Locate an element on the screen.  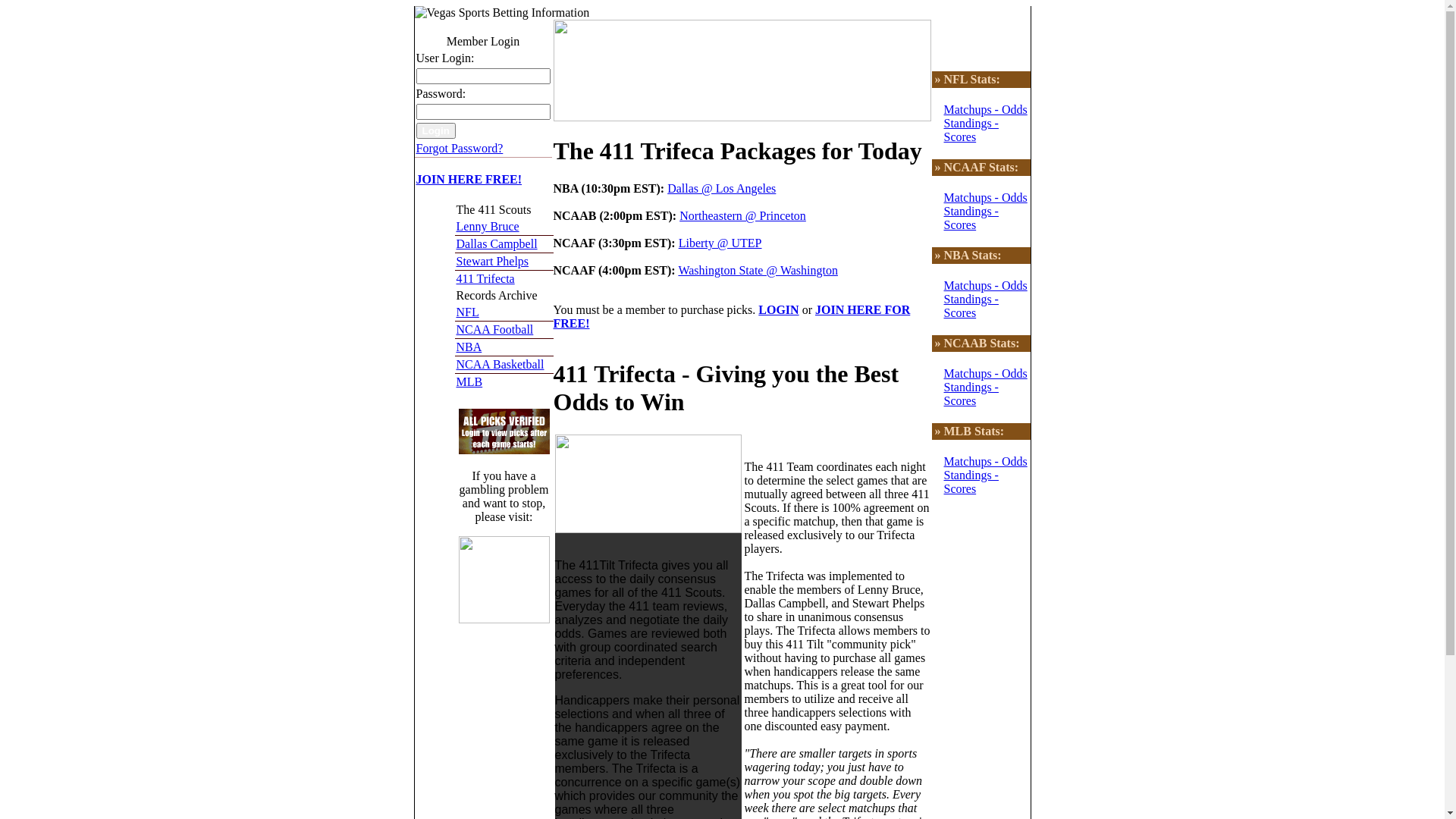
'Northeastern @ Princeton' is located at coordinates (742, 215).